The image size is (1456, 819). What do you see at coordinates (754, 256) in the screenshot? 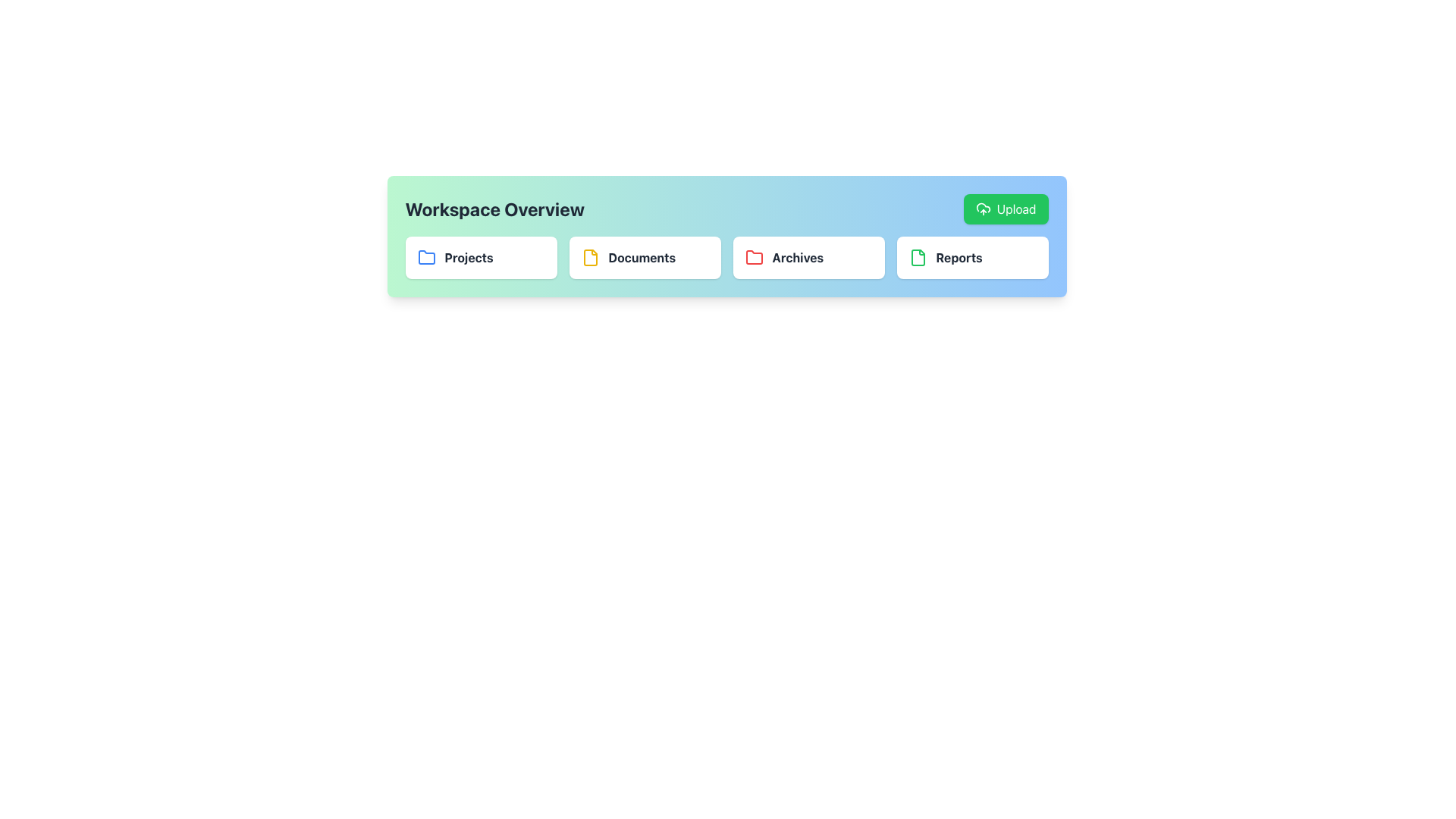
I see `the red folder icon associated with the 'Archives' label` at bounding box center [754, 256].